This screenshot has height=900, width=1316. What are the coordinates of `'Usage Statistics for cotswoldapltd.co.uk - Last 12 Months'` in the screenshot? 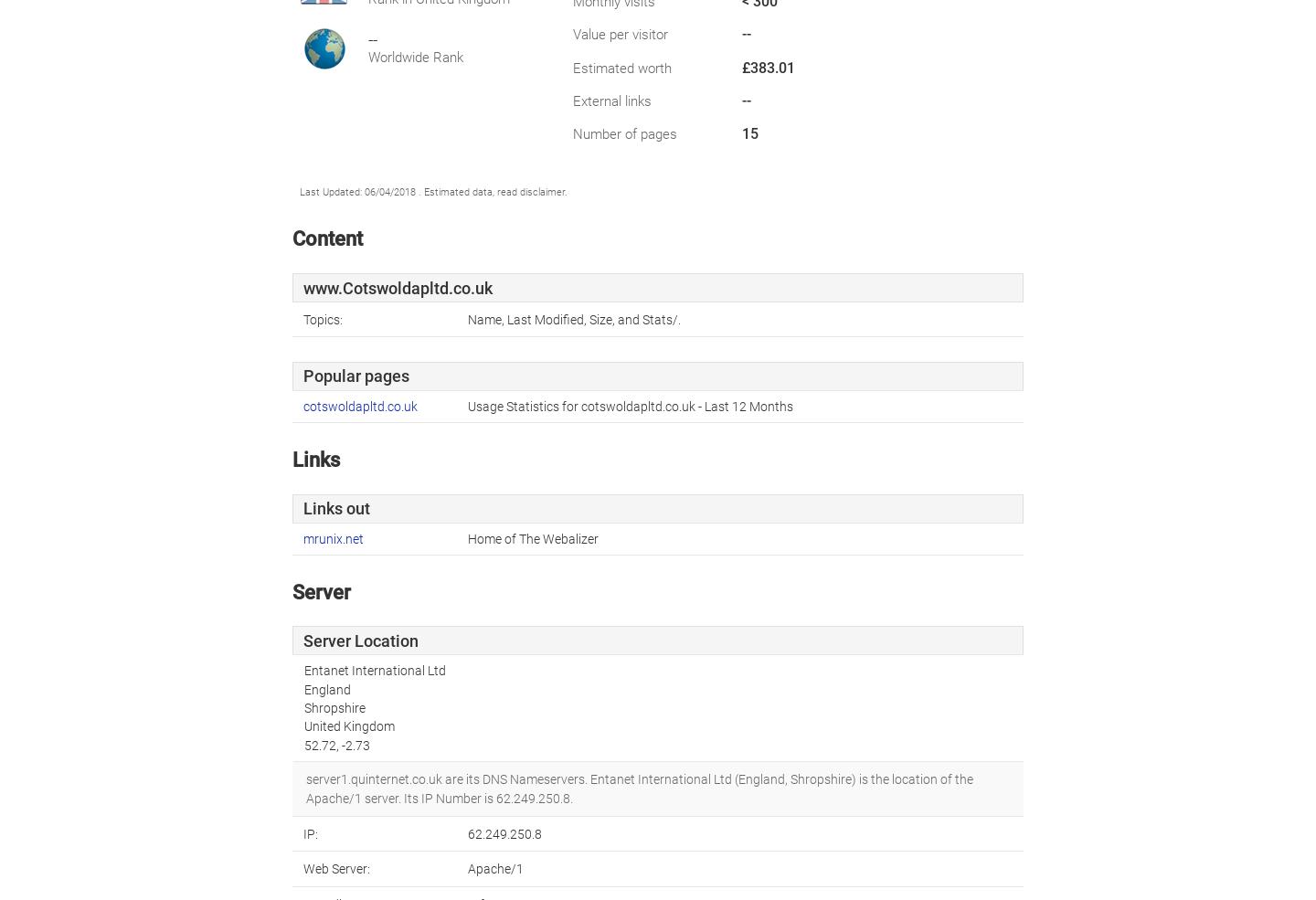 It's located at (631, 405).